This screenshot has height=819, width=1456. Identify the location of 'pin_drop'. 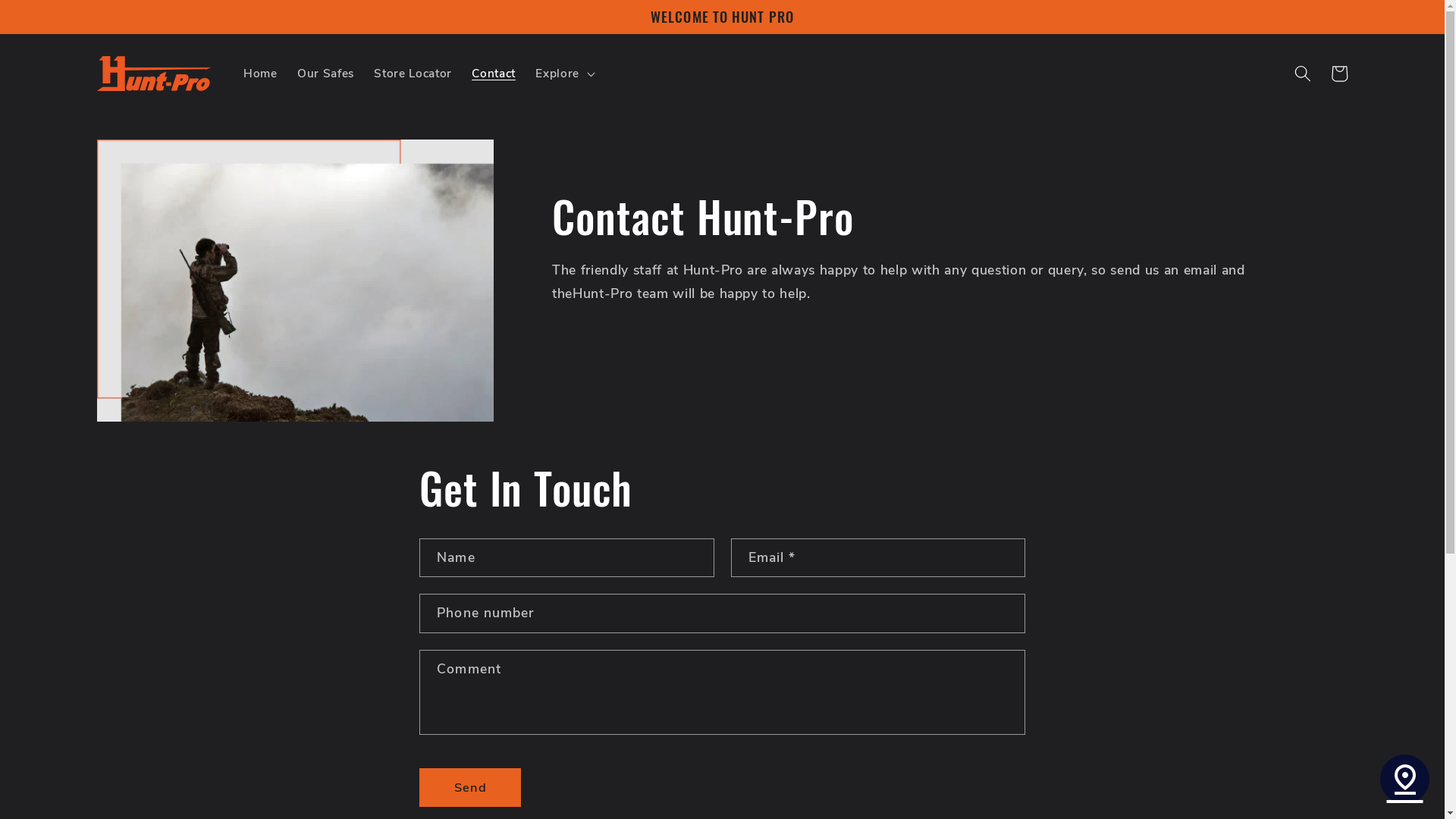
(1404, 779).